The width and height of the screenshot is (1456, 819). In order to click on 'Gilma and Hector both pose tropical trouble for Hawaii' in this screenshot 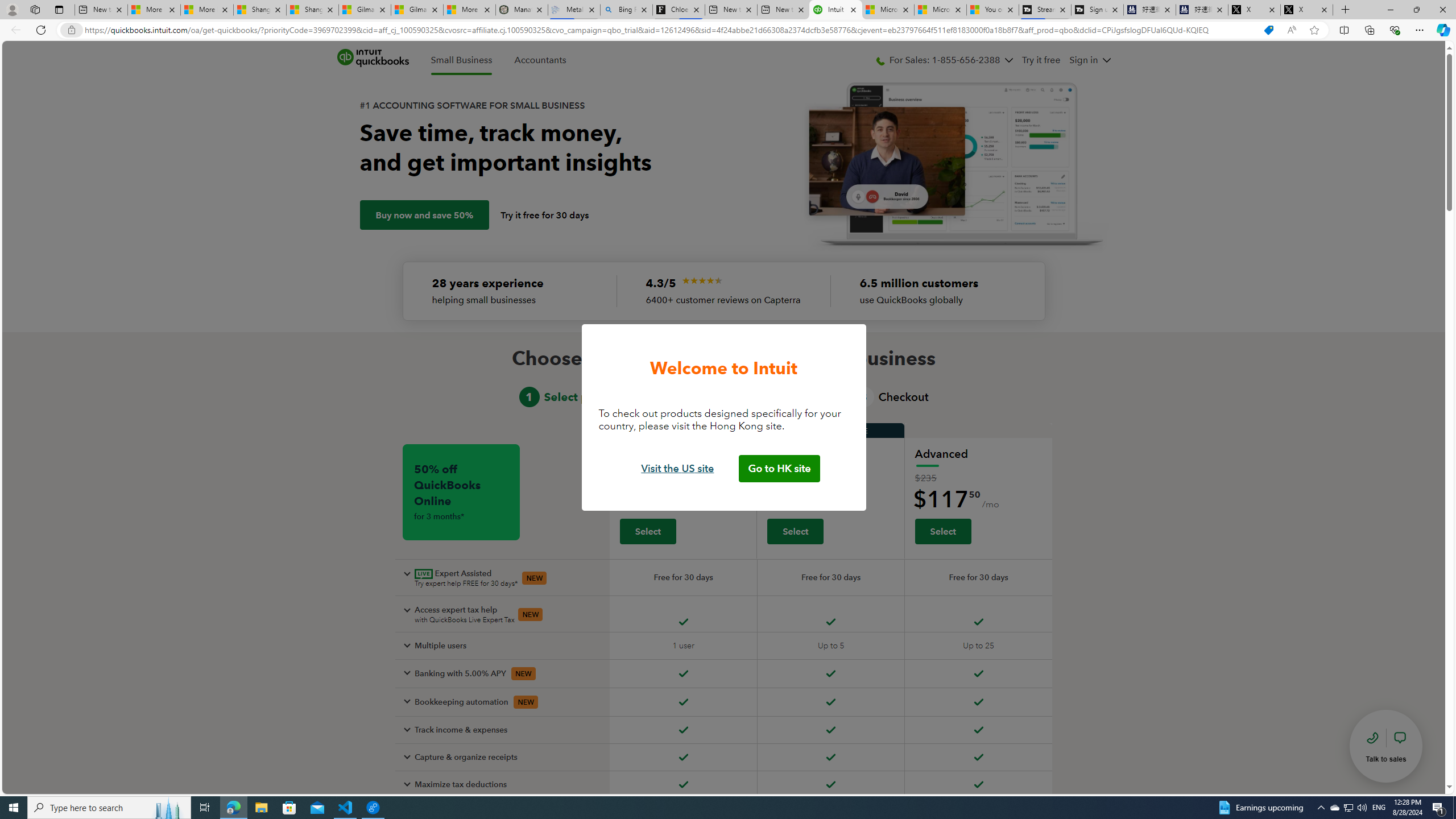, I will do `click(417, 9)`.